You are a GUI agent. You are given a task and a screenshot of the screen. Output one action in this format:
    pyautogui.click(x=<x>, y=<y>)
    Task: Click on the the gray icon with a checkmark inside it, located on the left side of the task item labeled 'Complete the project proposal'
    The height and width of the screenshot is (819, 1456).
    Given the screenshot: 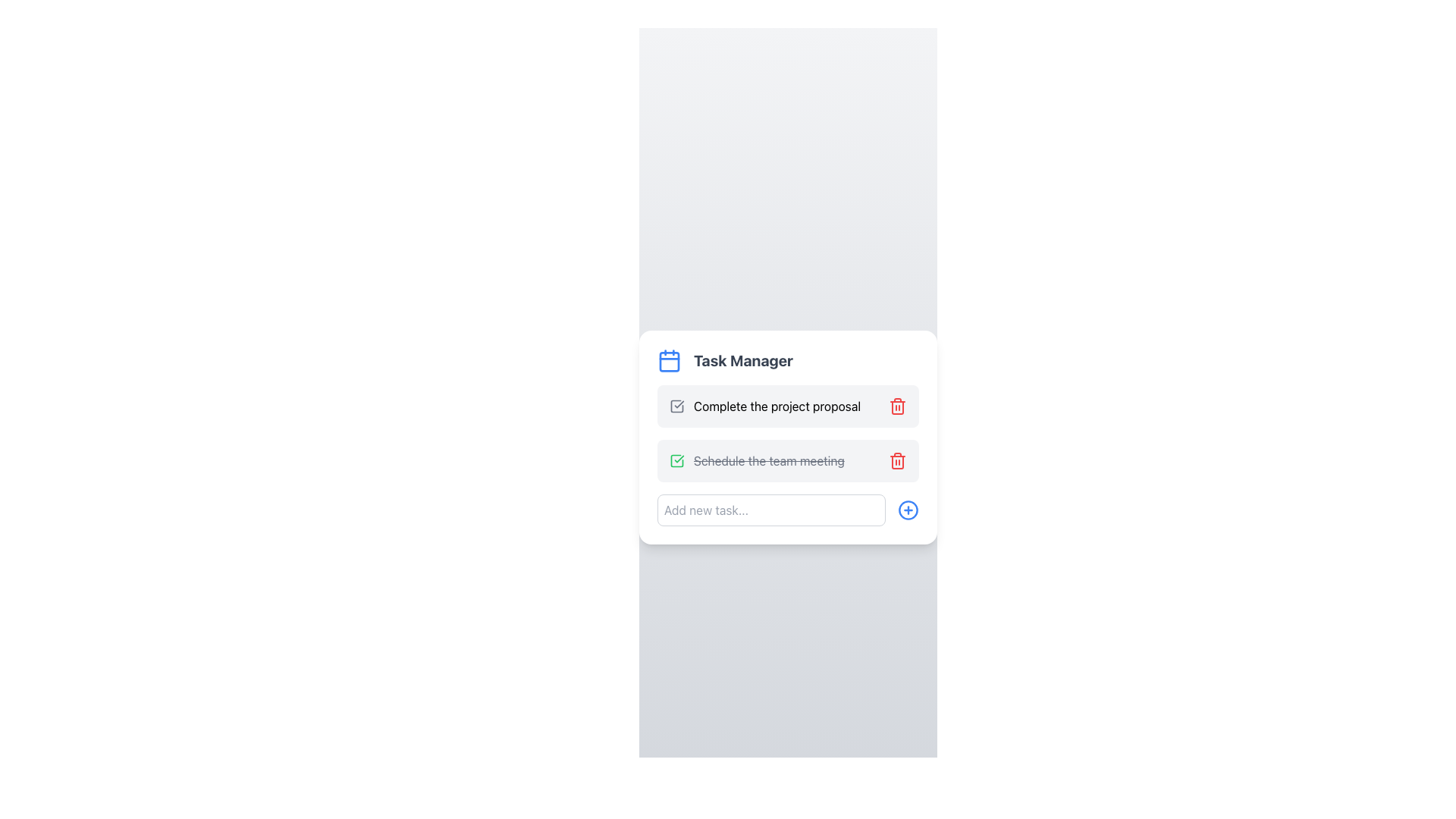 What is the action you would take?
    pyautogui.click(x=676, y=406)
    